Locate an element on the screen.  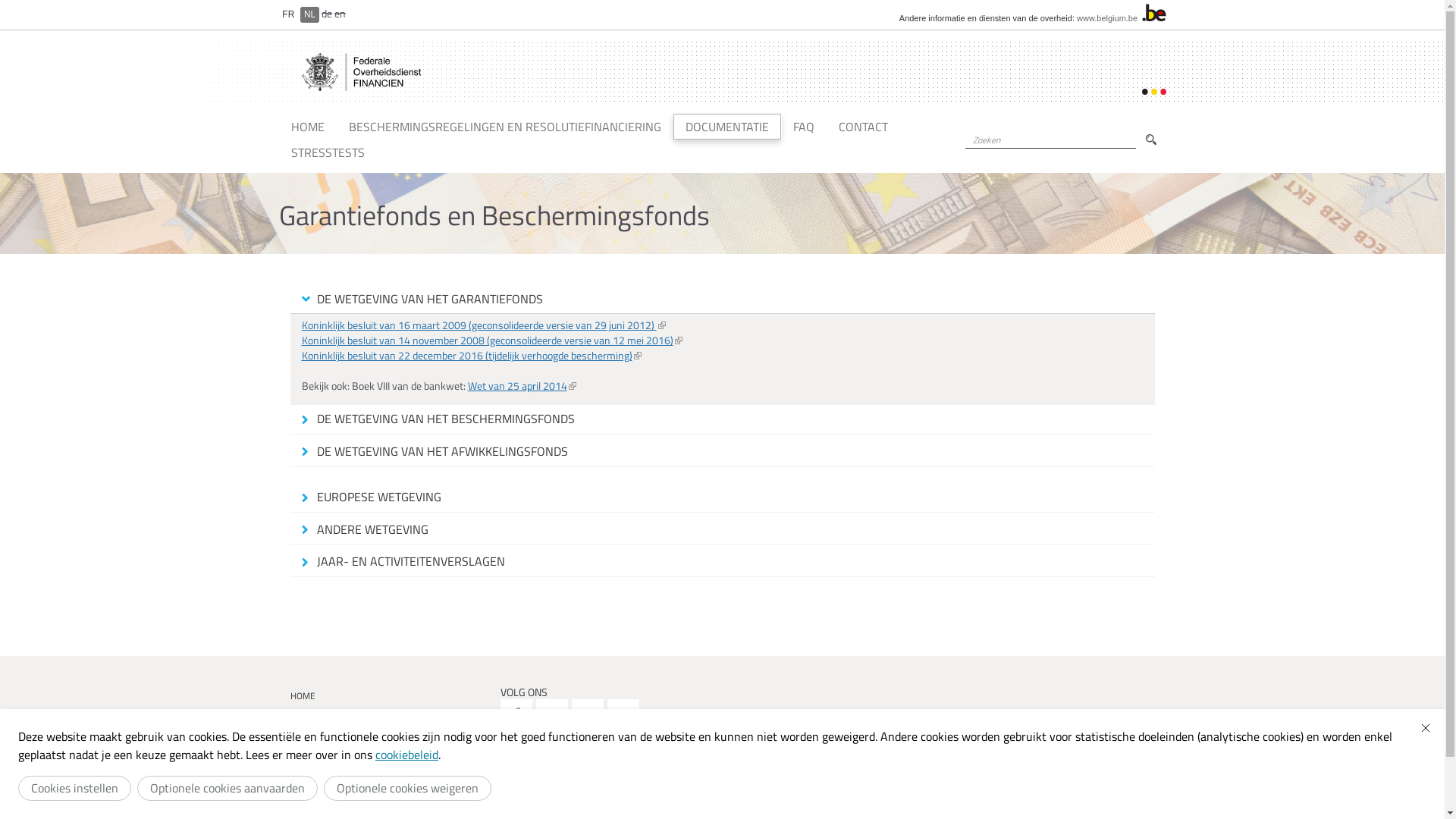
'Wet van 25 april 2014 is located at coordinates (521, 384).